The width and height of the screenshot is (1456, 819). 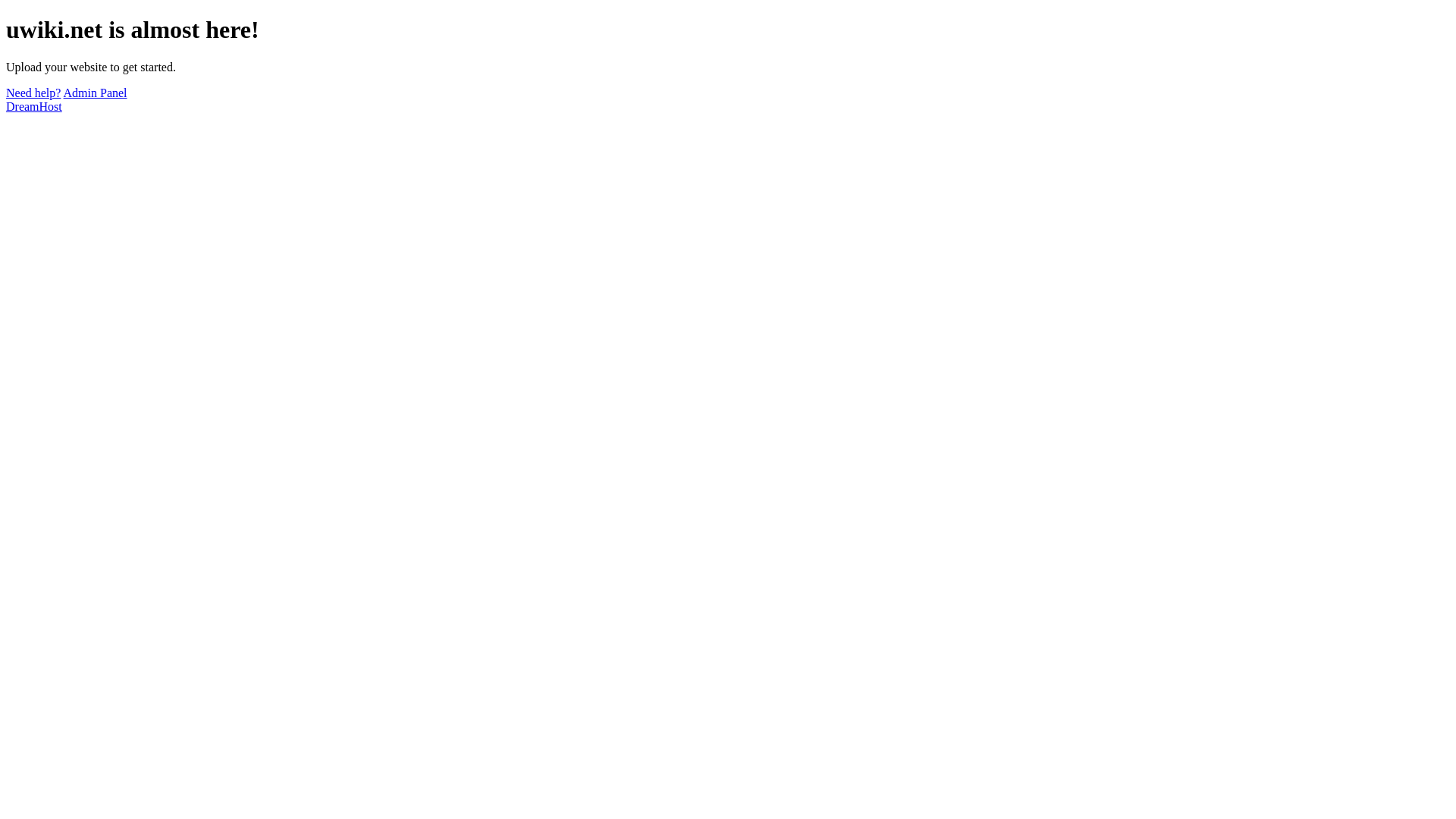 What do you see at coordinates (94, 93) in the screenshot?
I see `'Admin Panel'` at bounding box center [94, 93].